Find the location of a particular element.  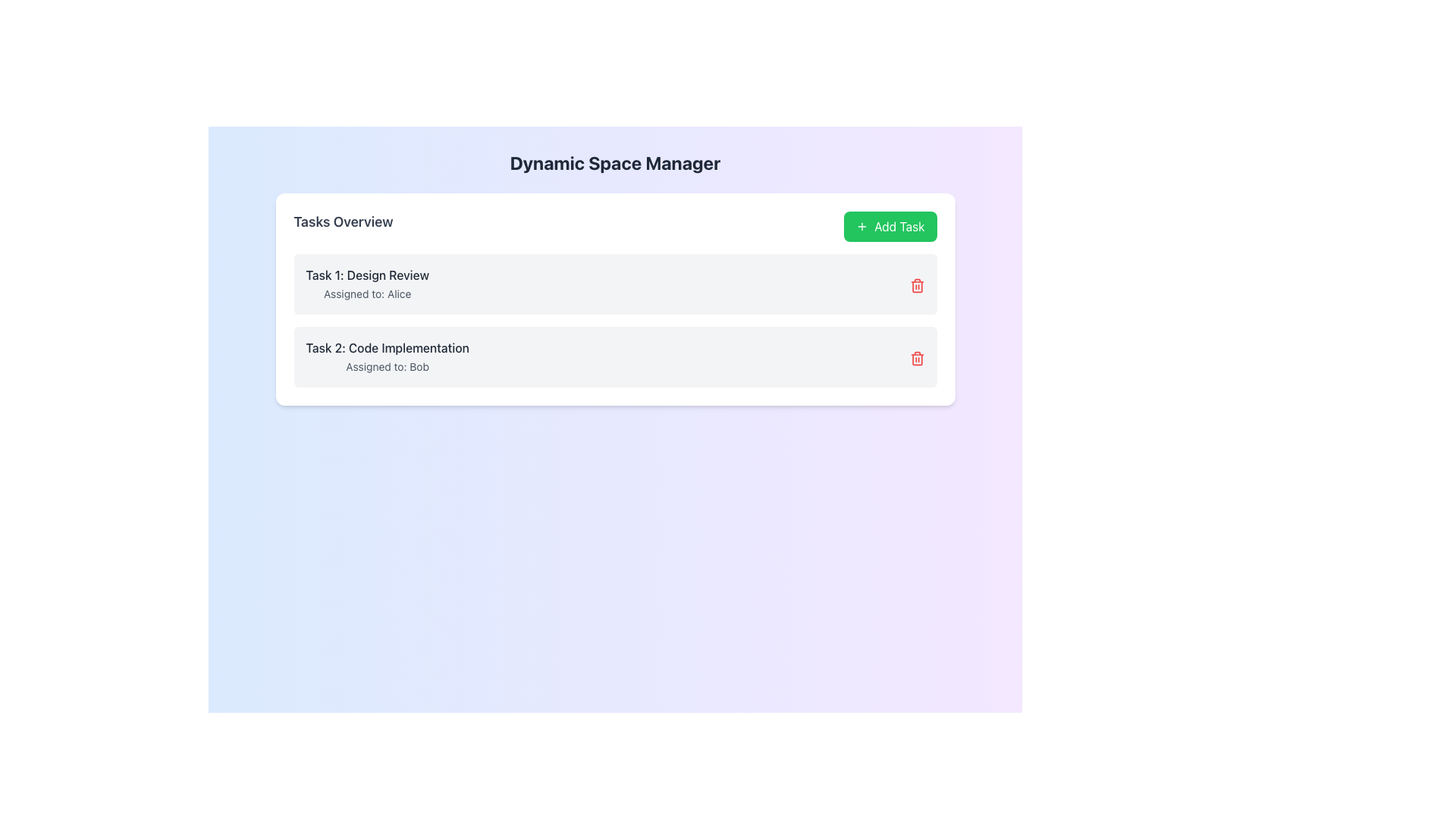

to select the task entry in the task management interface, which is the first item in the stack under the 'Tasks Overview' section is located at coordinates (615, 284).